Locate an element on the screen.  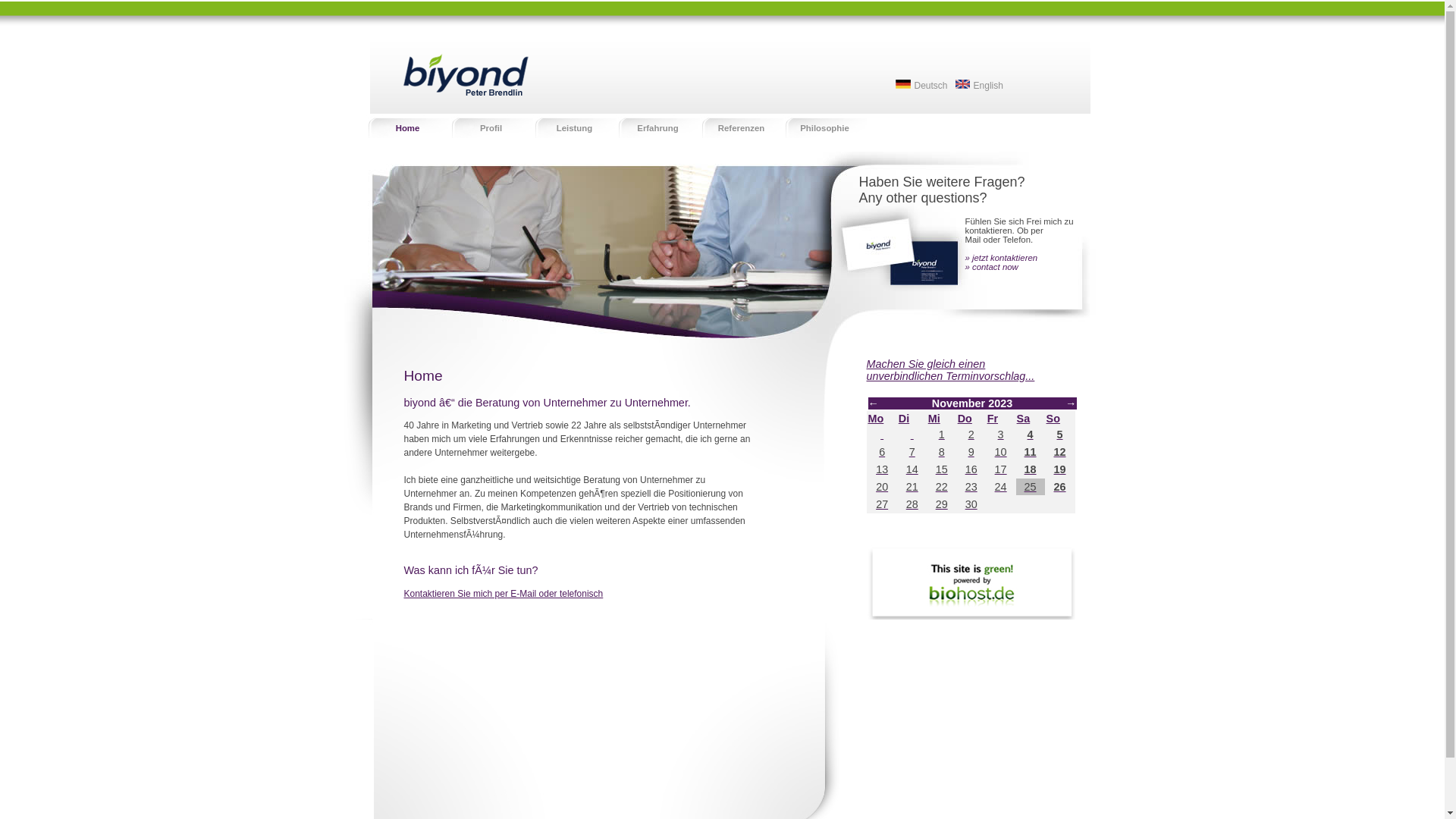
'15' is located at coordinates (941, 468).